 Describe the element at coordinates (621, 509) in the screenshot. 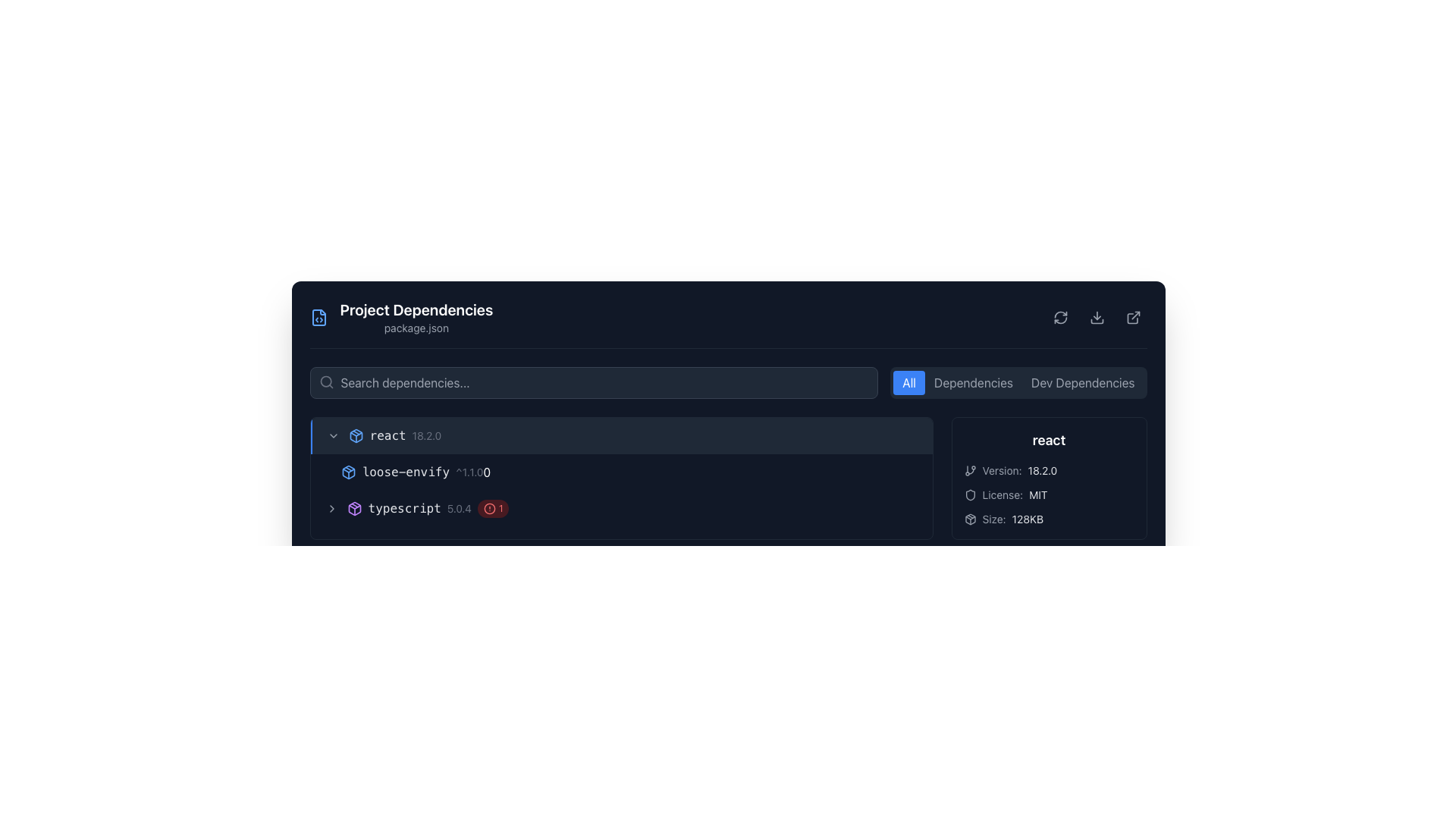

I see `the third row list item representing a TypeScript package` at that location.